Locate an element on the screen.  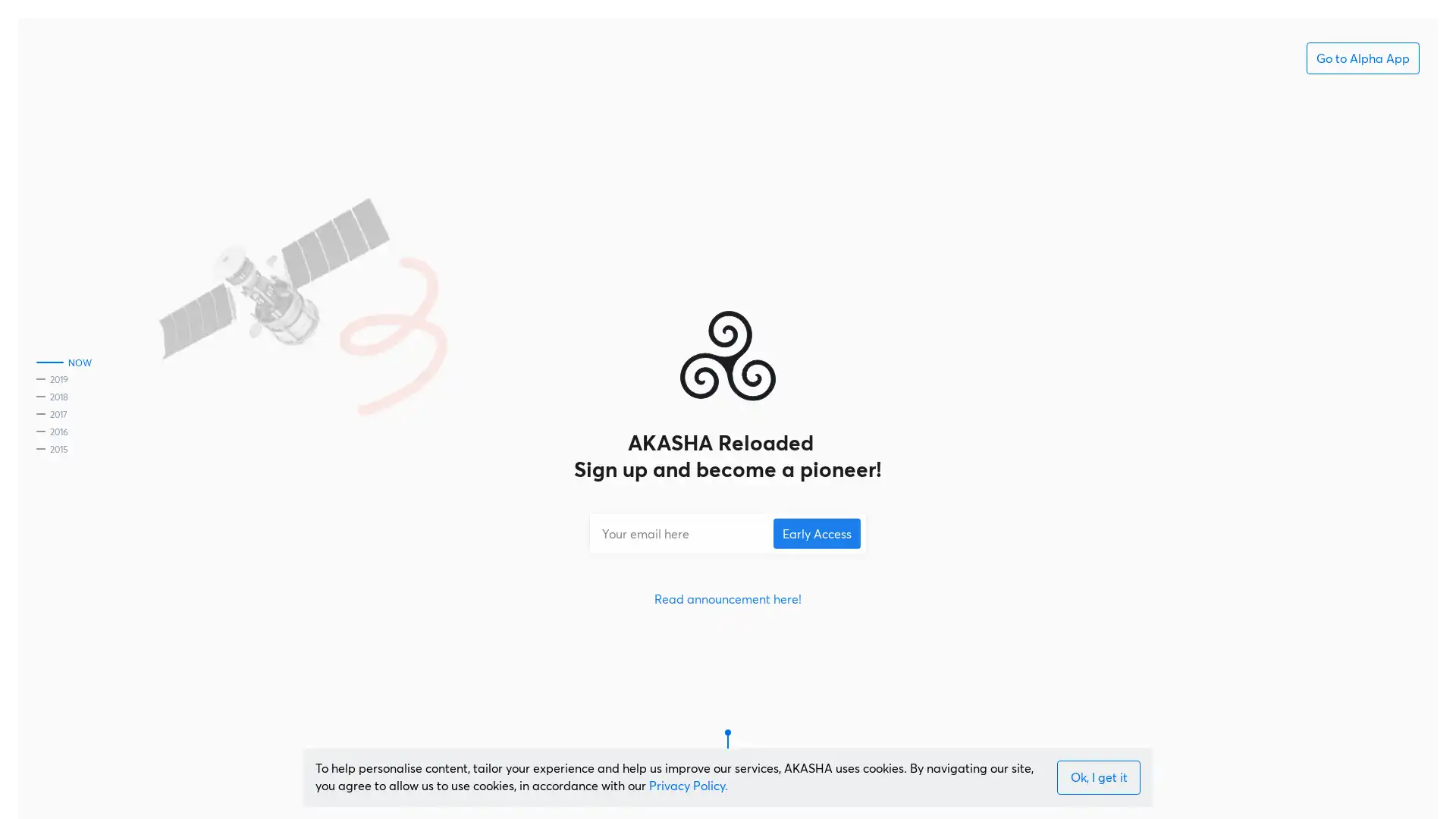
2017 is located at coordinates (52, 415).